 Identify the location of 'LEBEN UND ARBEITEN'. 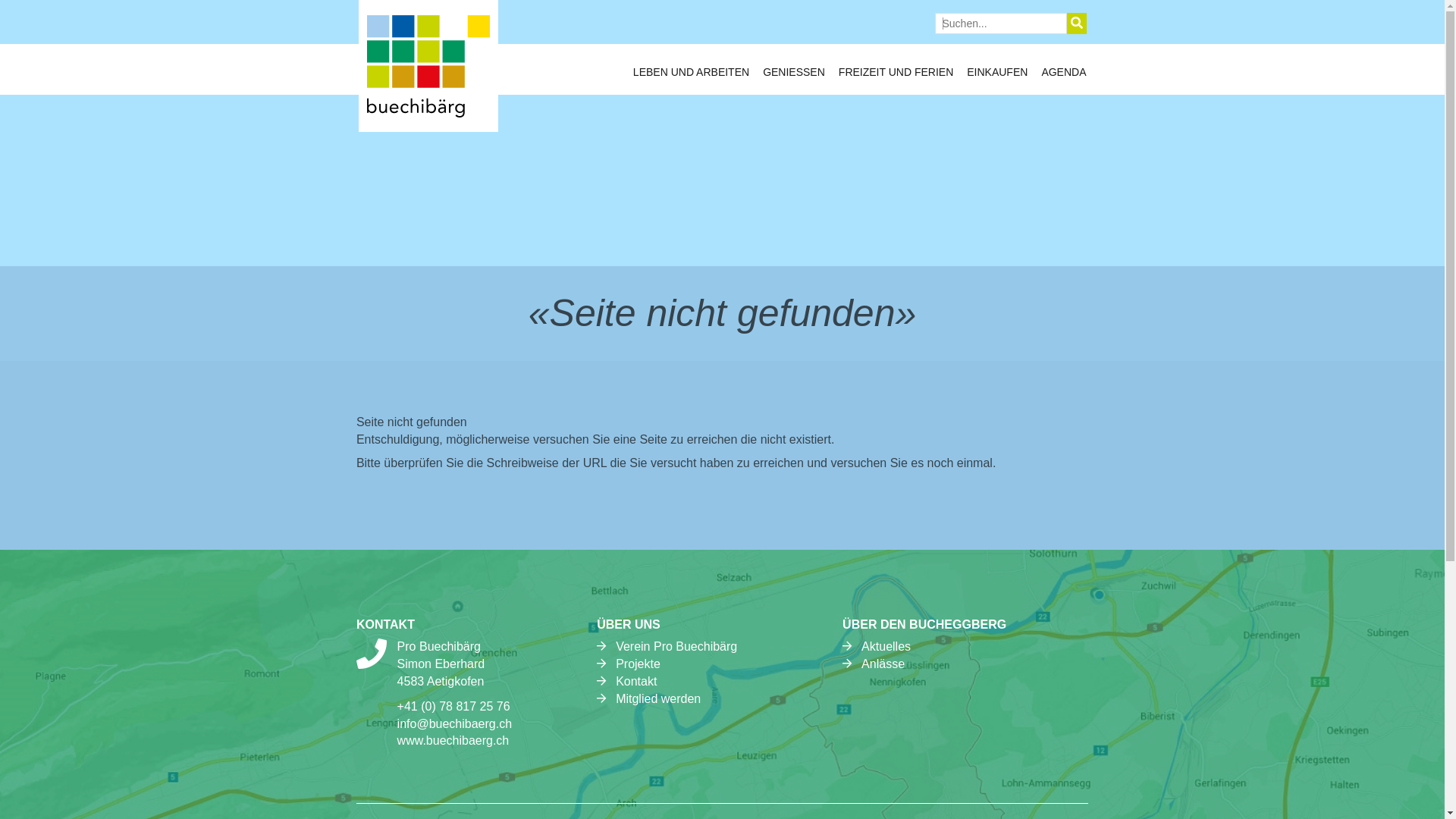
(633, 76).